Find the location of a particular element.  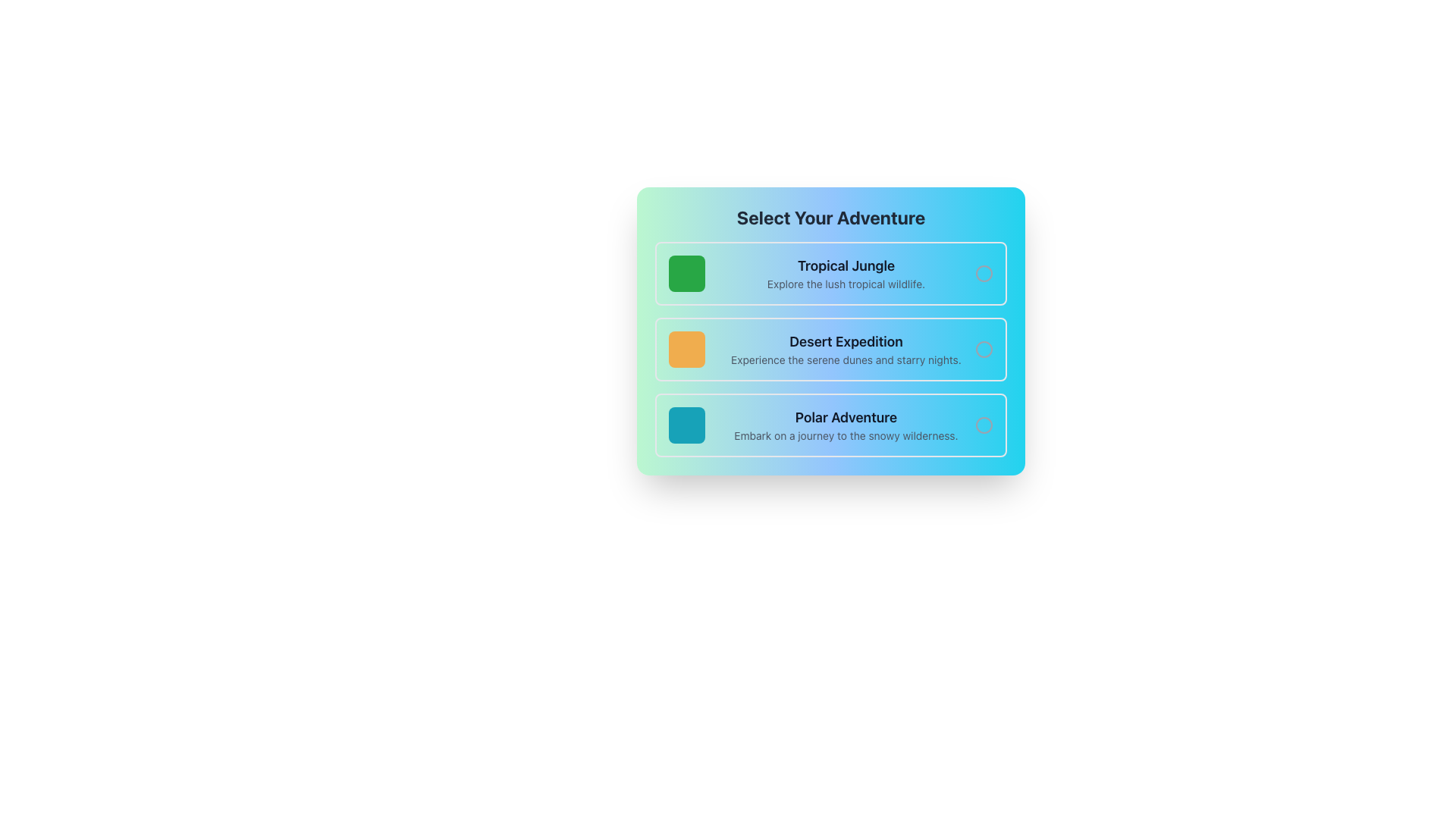

the circular radio button for the 'Polar Adventure' option, which is the third option in its group is located at coordinates (984, 425).